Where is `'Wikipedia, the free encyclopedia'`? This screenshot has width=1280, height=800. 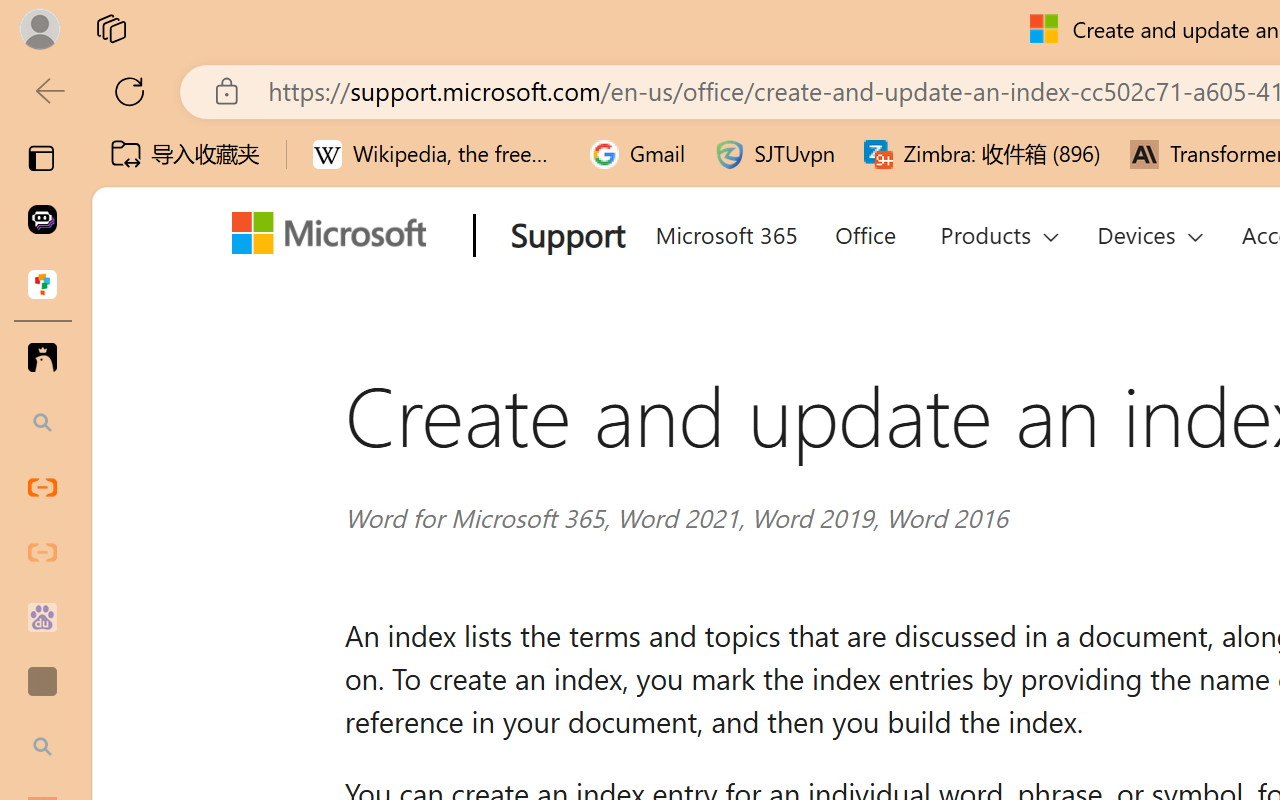
'Wikipedia, the free encyclopedia' is located at coordinates (436, 154).